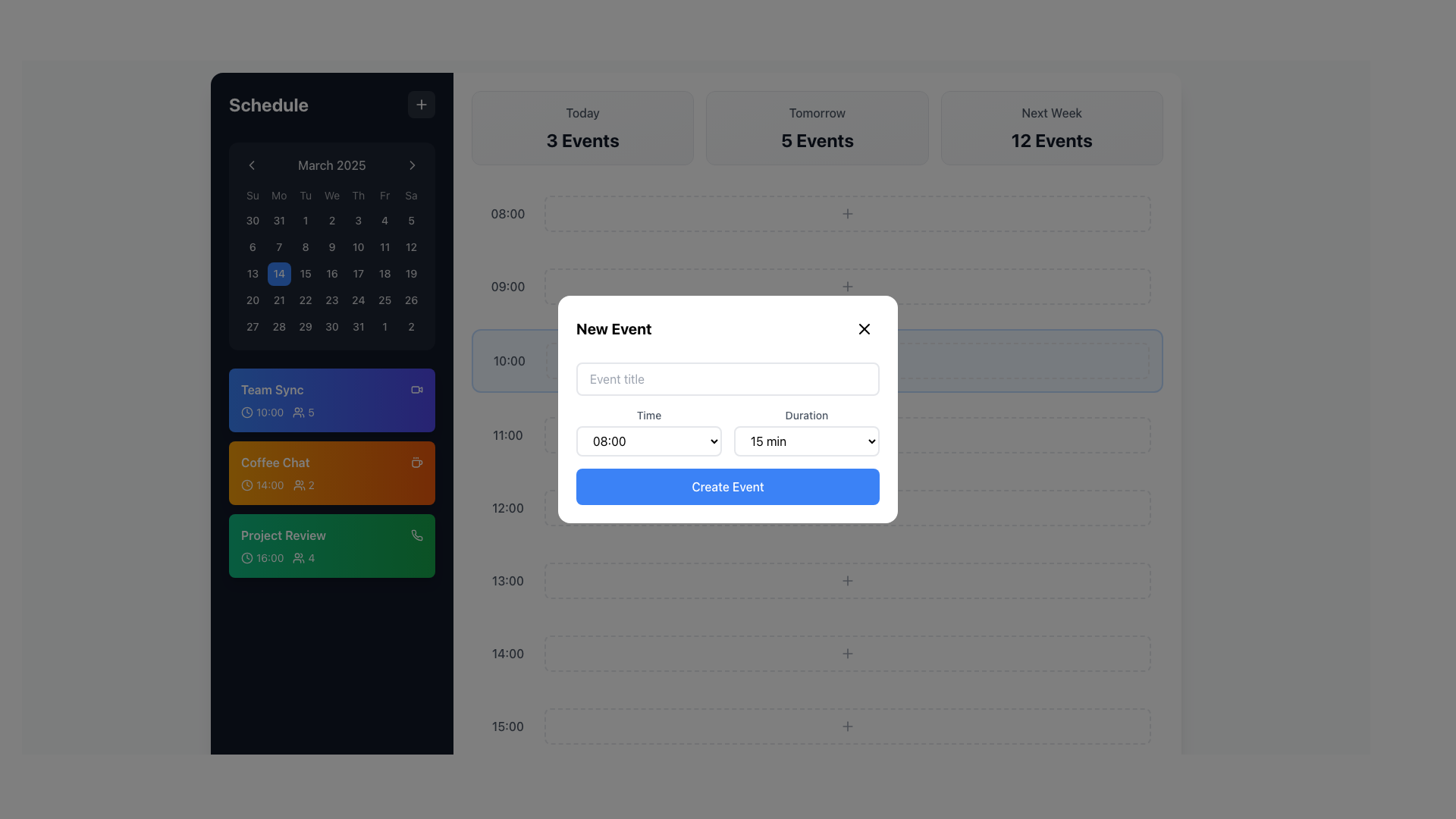 This screenshot has width=1456, height=819. What do you see at coordinates (411, 300) in the screenshot?
I see `the square-shaped button labeled '26' located` at bounding box center [411, 300].